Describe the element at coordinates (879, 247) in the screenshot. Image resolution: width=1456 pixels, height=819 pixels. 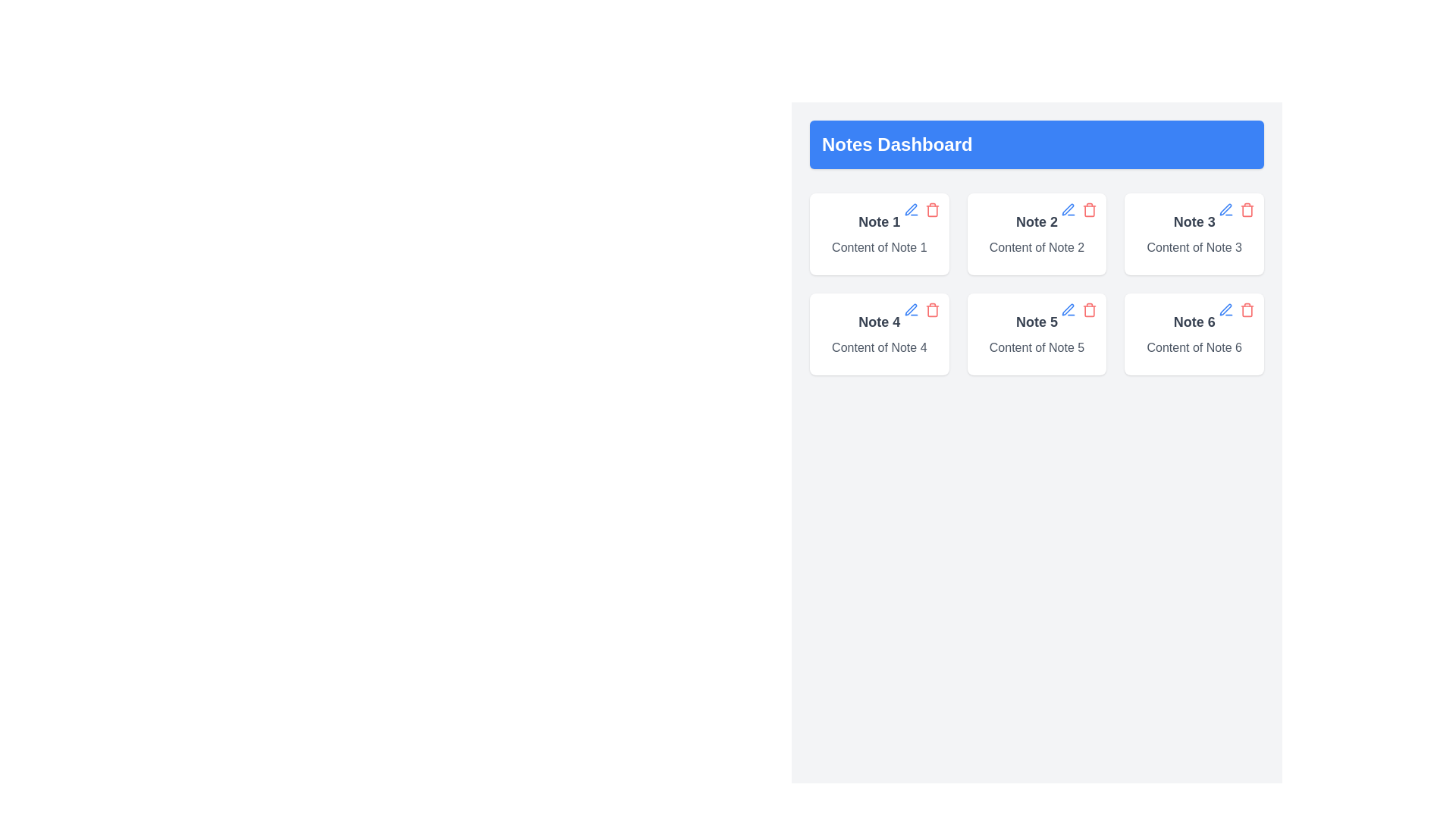
I see `the text display that shows 'Content of Note 1', which is styled in gray and is located in the white card below the title 'Note 1' on the Notes Dashboard` at that location.